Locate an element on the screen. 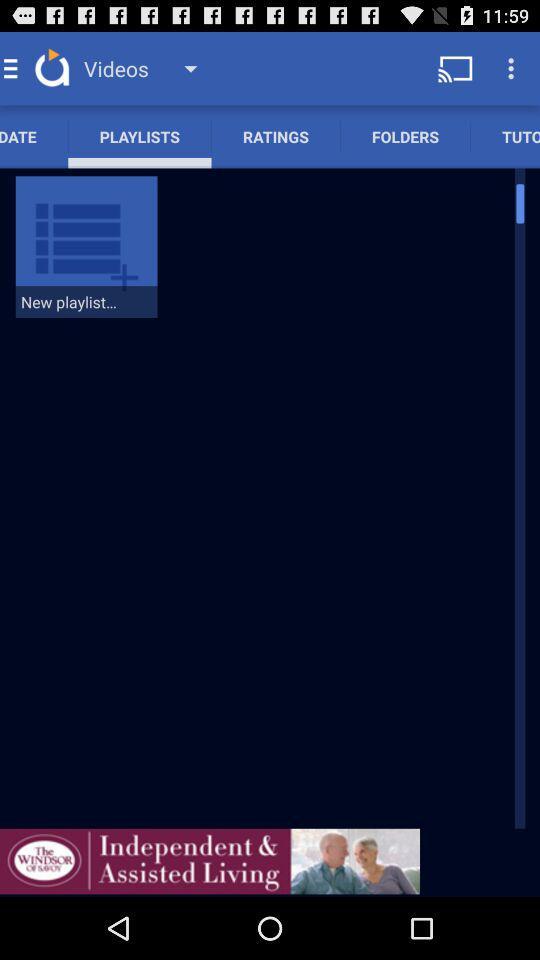 The height and width of the screenshot is (960, 540). the button which is at the top right corner of the page is located at coordinates (514, 68).